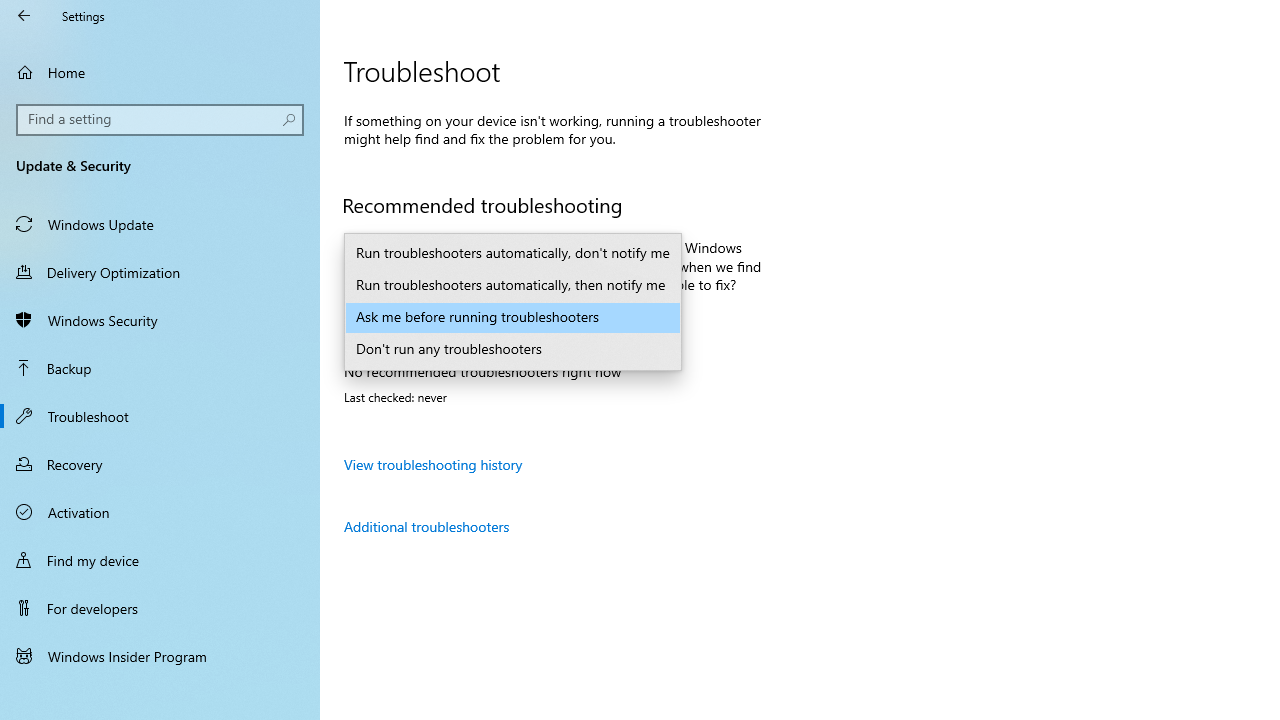 This screenshot has width=1280, height=720. What do you see at coordinates (160, 223) in the screenshot?
I see `'Windows Update'` at bounding box center [160, 223].